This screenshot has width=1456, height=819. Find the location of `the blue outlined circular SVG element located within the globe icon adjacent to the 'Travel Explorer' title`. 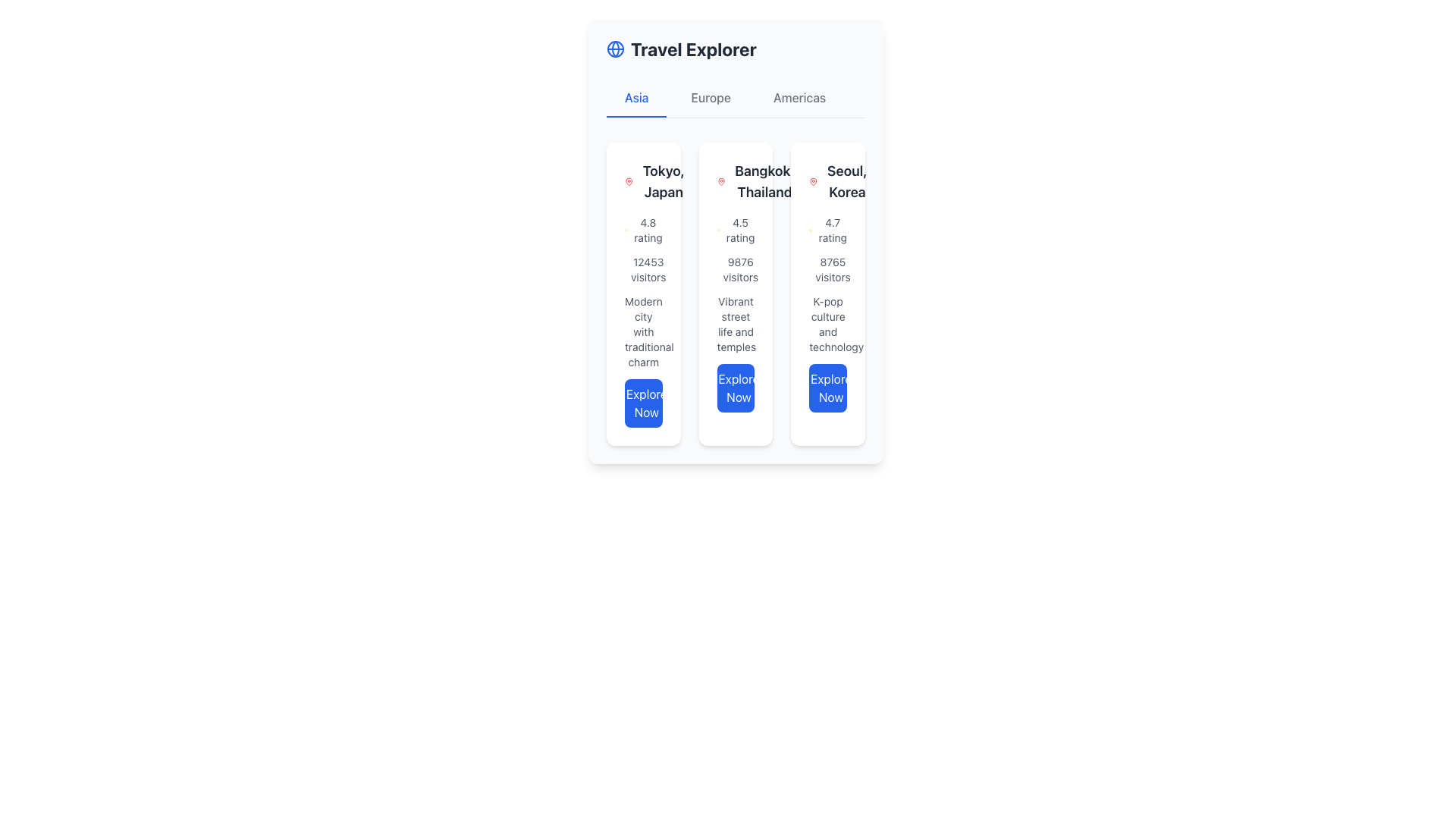

the blue outlined circular SVG element located within the globe icon adjacent to the 'Travel Explorer' title is located at coordinates (615, 49).